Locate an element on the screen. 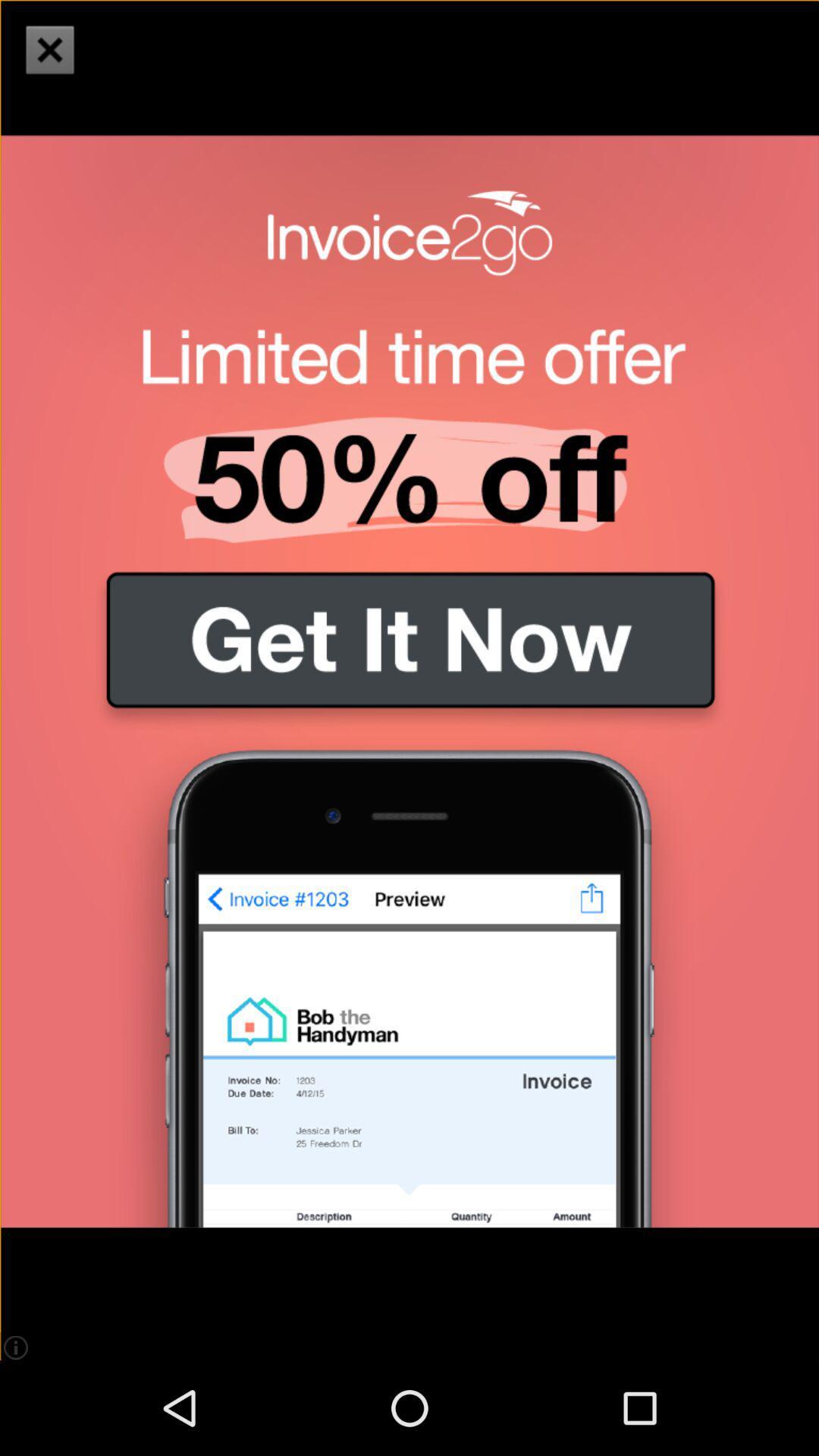 The height and width of the screenshot is (1456, 819). the close icon is located at coordinates (49, 53).